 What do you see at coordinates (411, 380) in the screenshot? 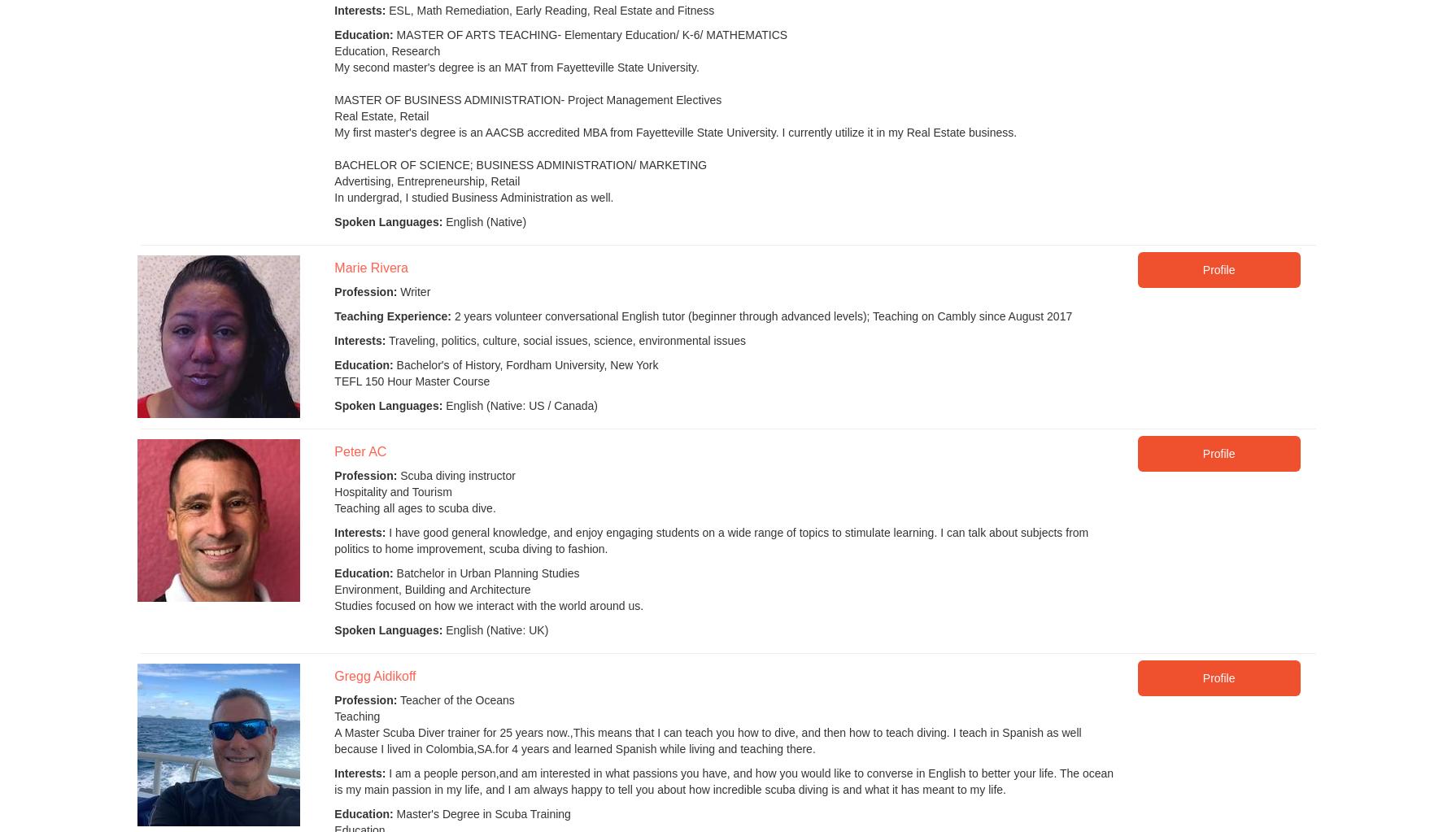
I see `'TEFL 150 Hour Master Course'` at bounding box center [411, 380].